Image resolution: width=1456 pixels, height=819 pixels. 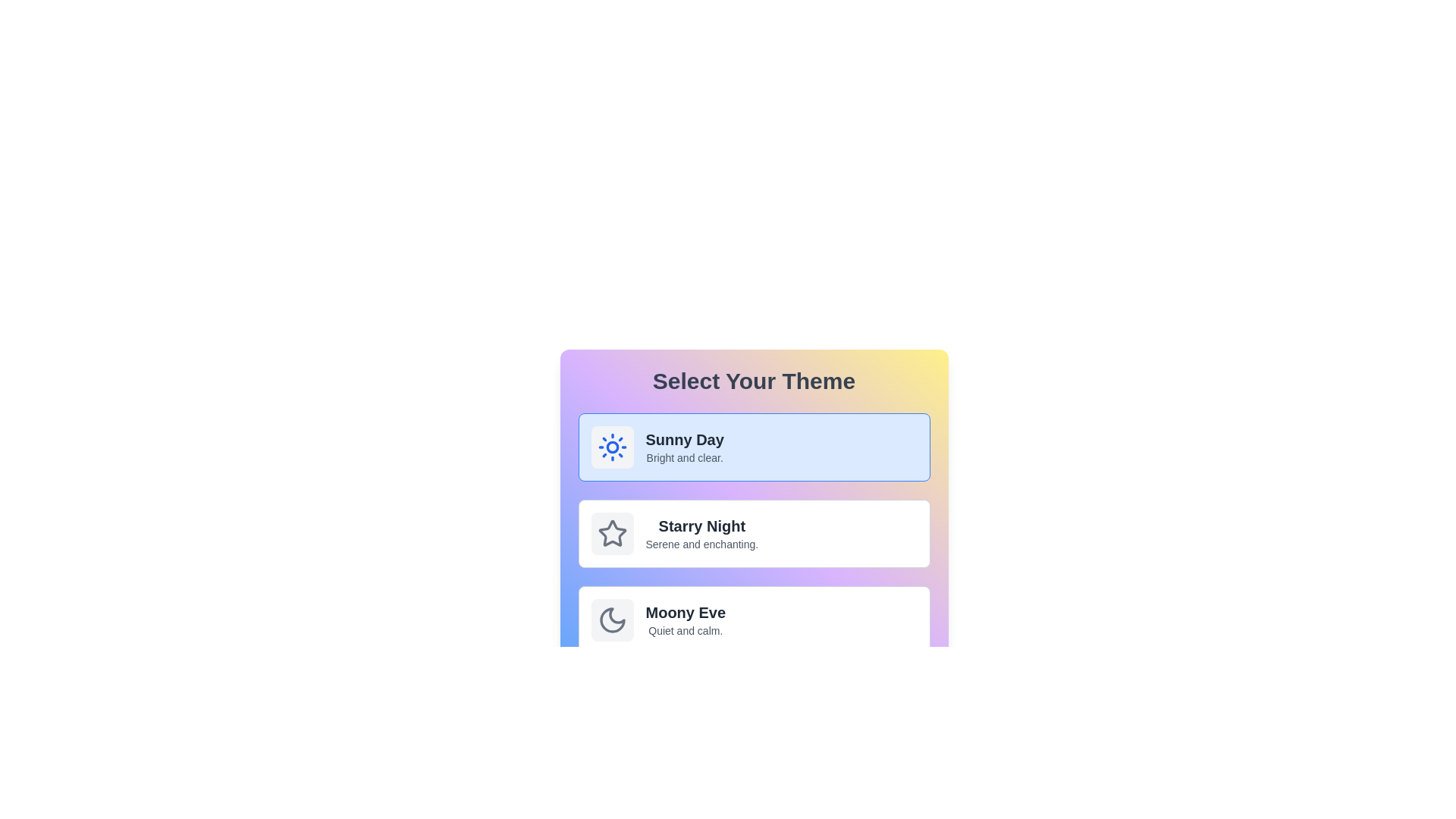 I want to click on text displayed in the third card item under the 'Select Your Theme' heading, which includes the header 'Moony Eve' in bold and the description 'Quiet and calm.' in smaller text, so click(x=685, y=620).